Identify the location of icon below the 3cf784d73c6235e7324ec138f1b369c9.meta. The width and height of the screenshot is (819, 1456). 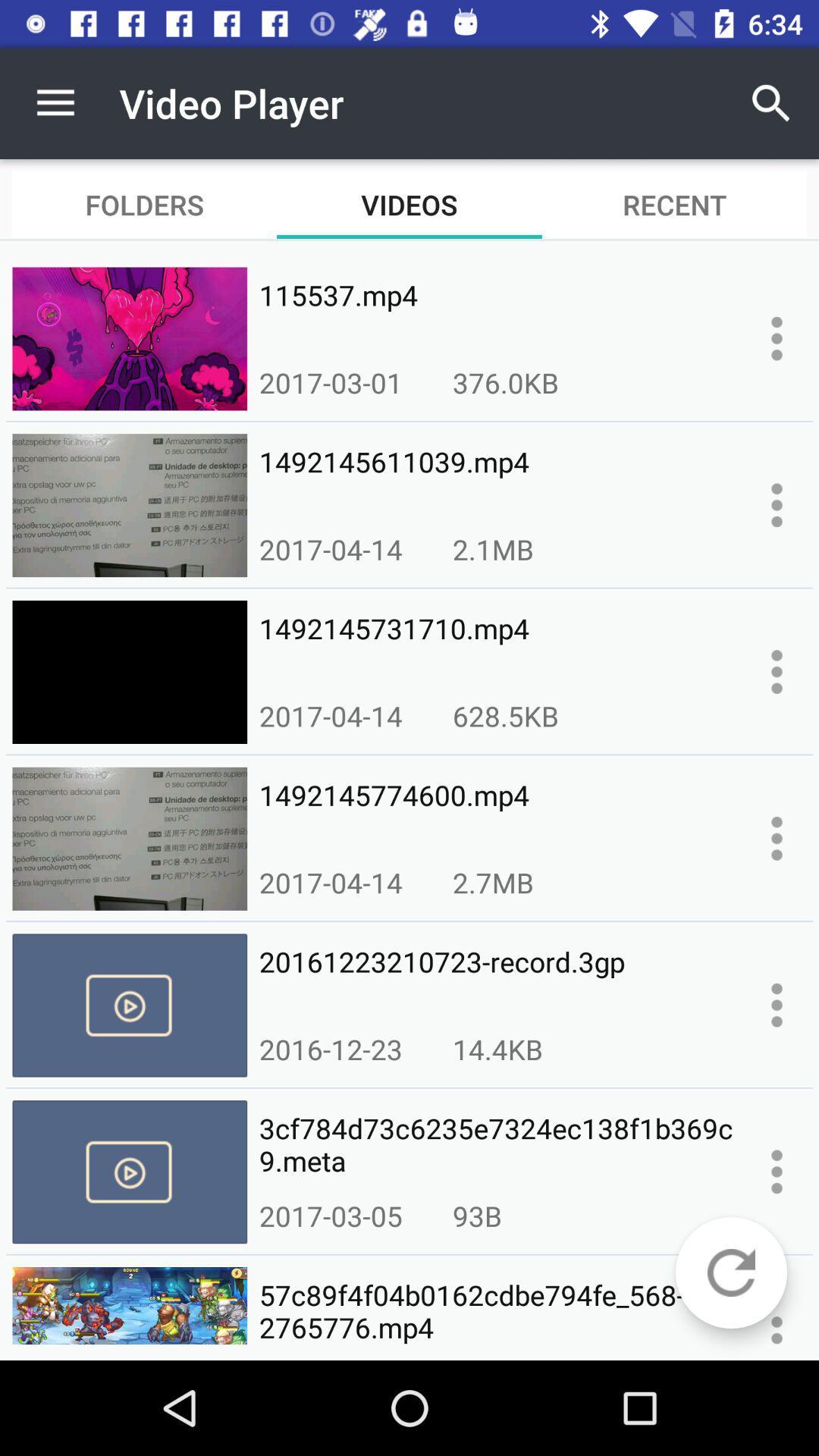
(476, 1216).